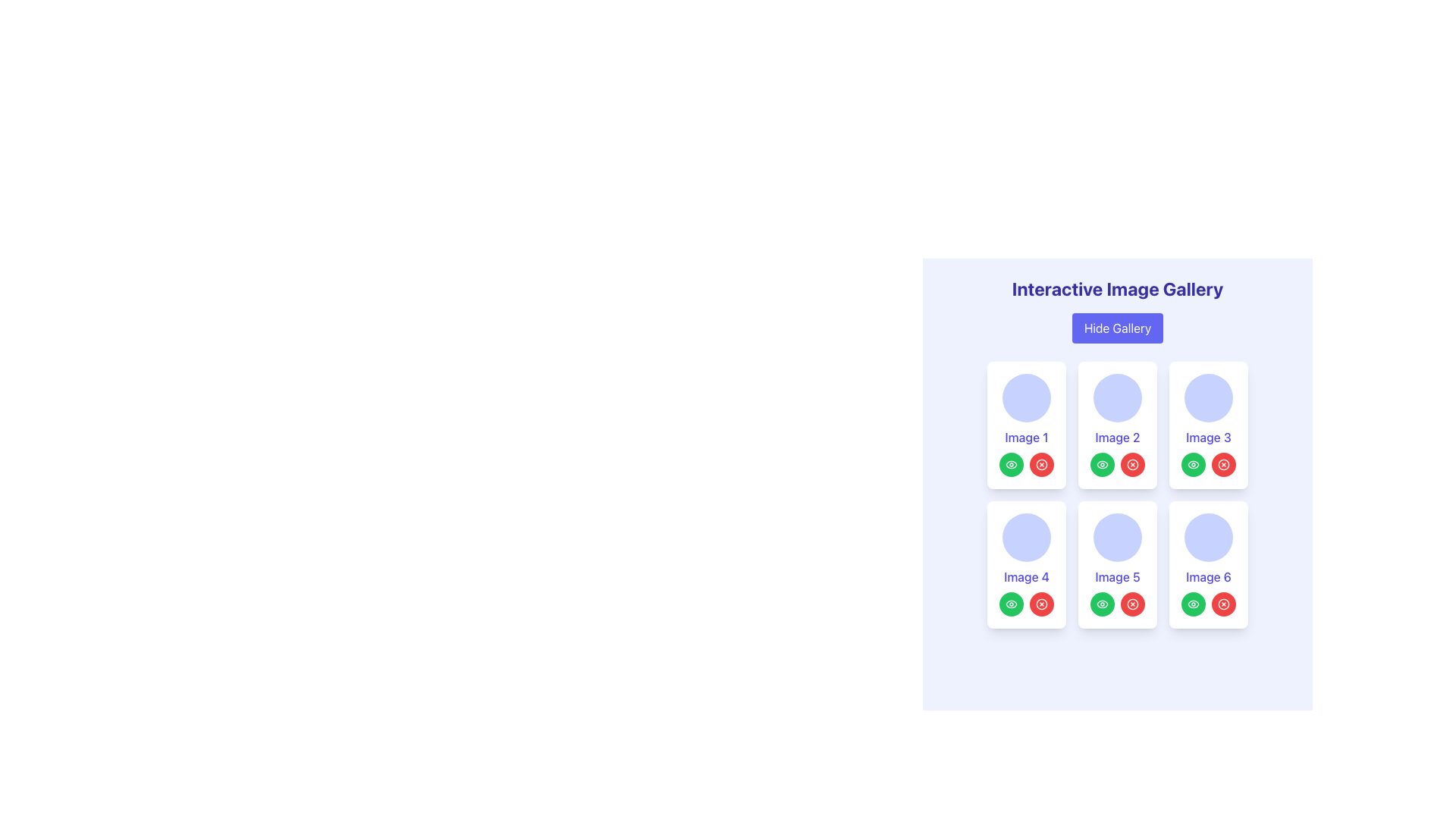  What do you see at coordinates (1193, 604) in the screenshot?
I see `the eye icon within the green circular button located beneath 'Image 6' in the gallery grid` at bounding box center [1193, 604].